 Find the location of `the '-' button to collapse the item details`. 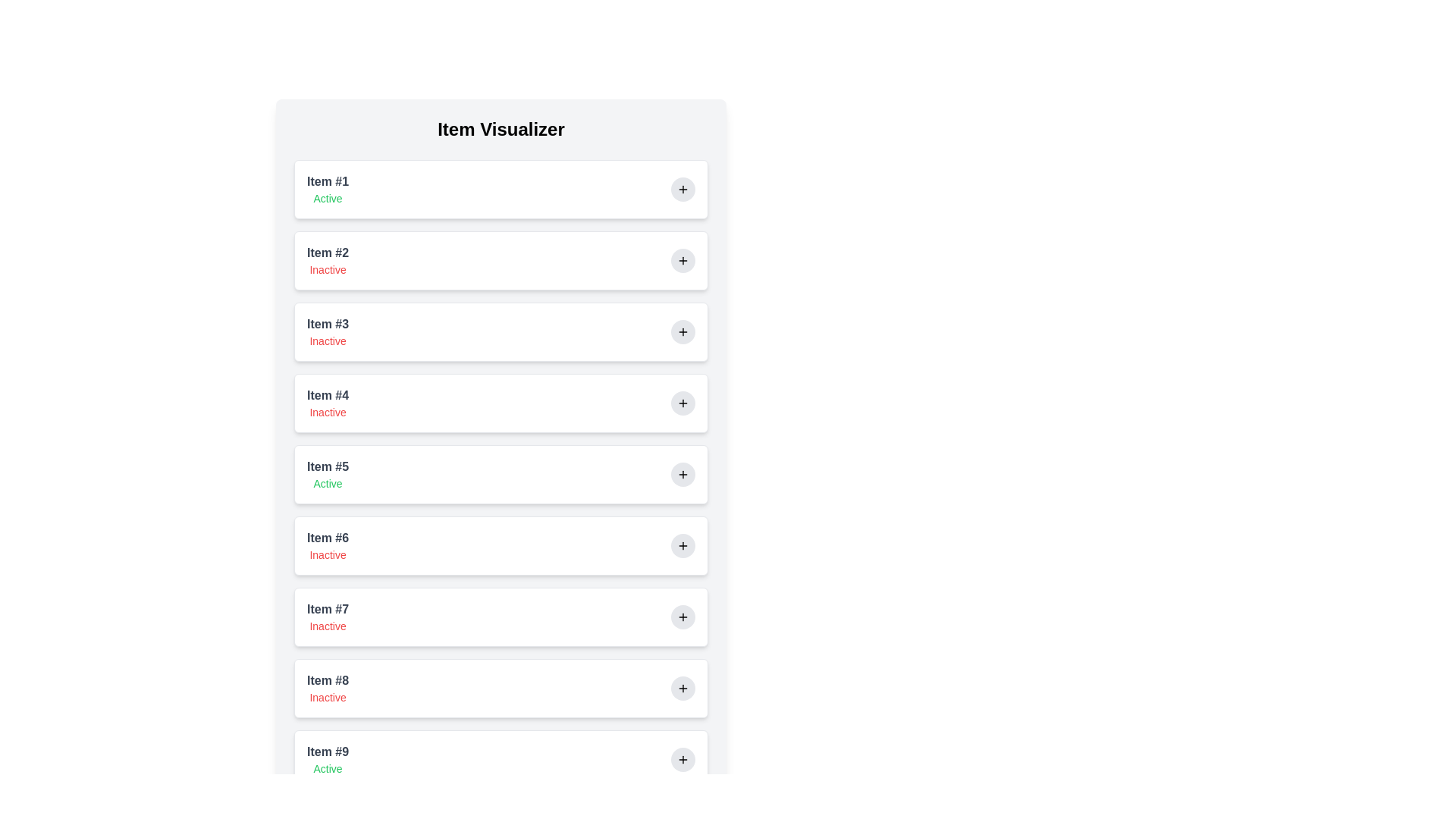

the '-' button to collapse the item details is located at coordinates (682, 189).